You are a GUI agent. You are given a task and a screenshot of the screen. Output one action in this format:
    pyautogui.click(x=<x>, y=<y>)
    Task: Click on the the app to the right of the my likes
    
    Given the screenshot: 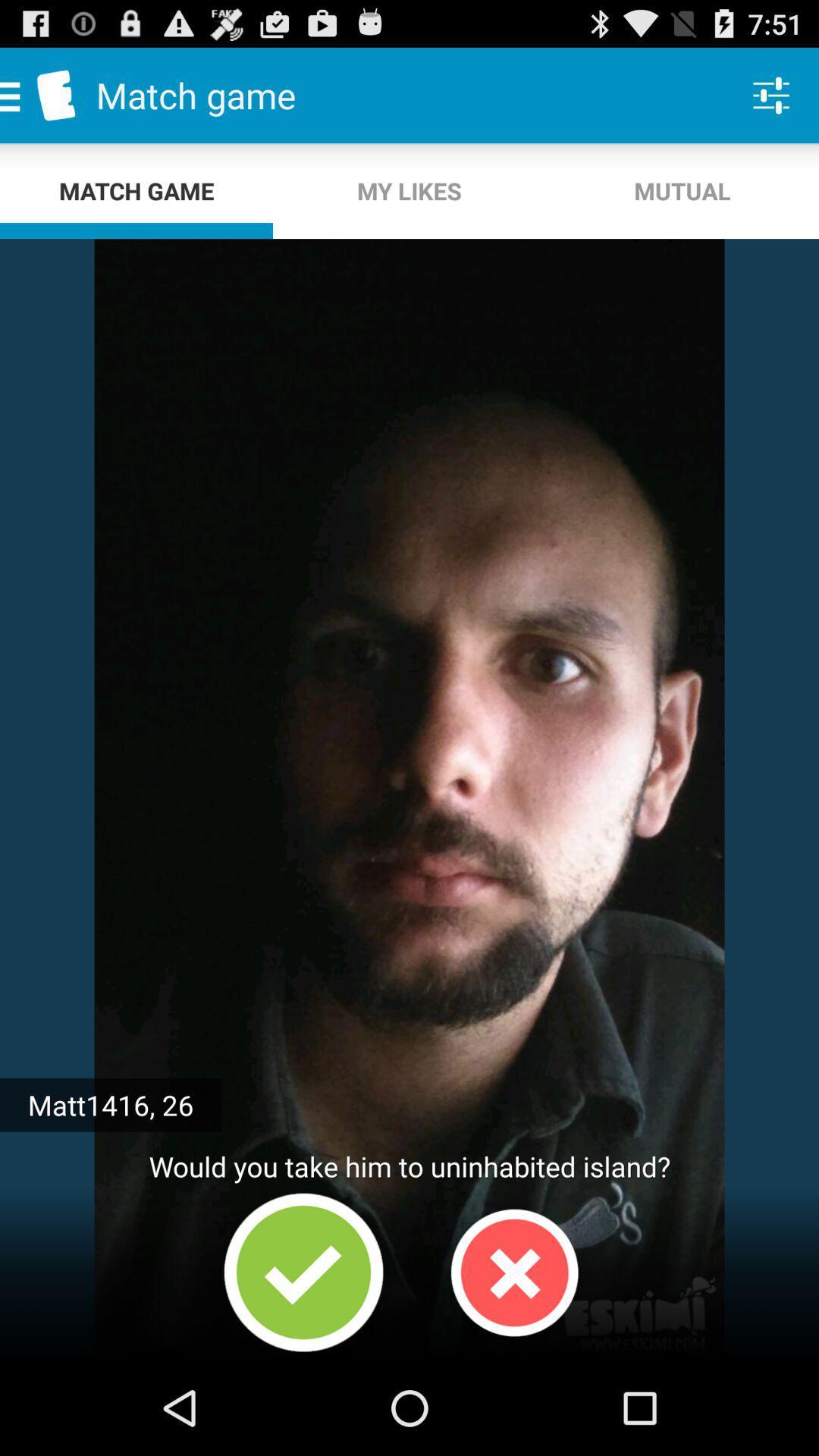 What is the action you would take?
    pyautogui.click(x=771, y=94)
    